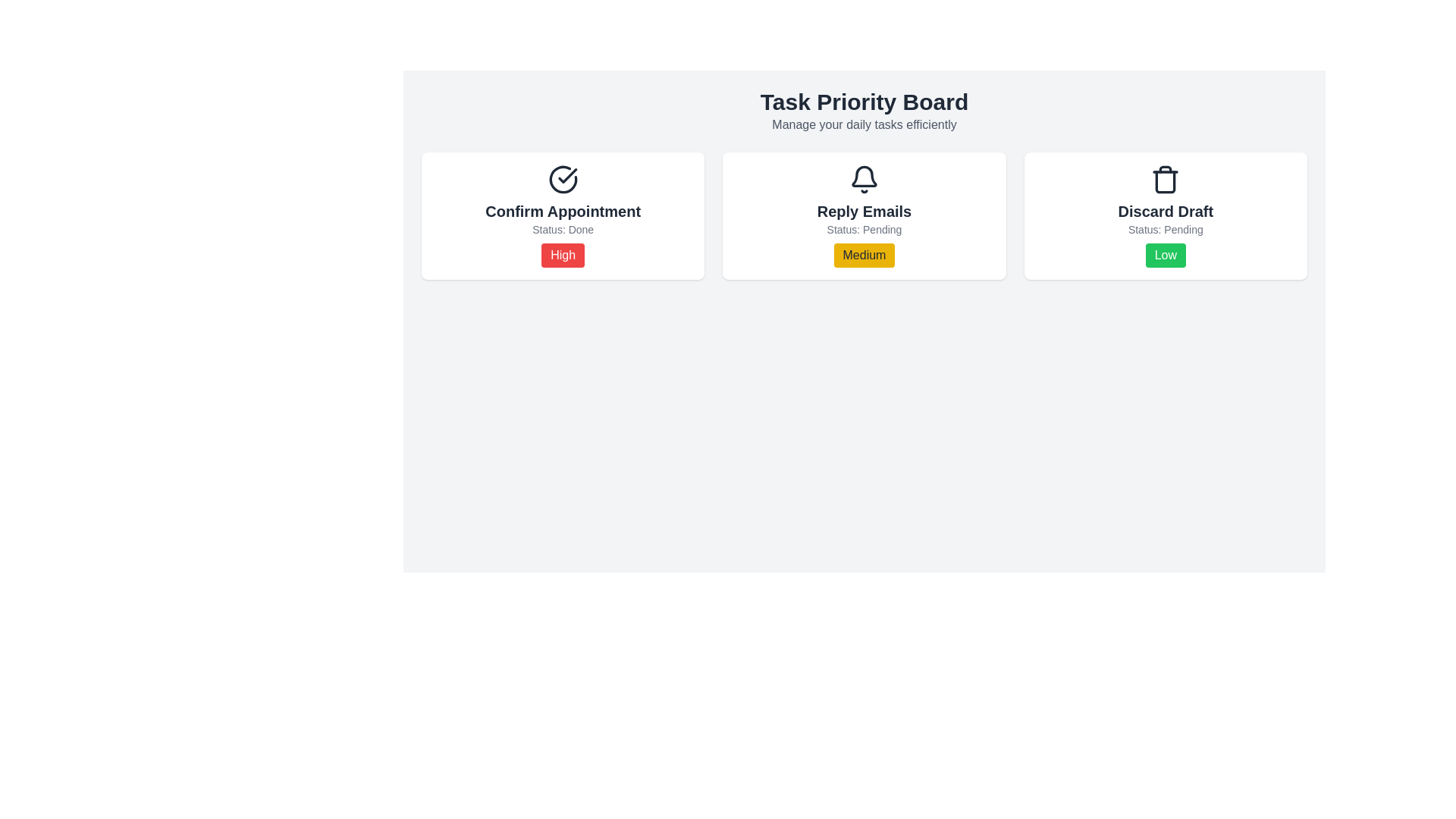 The height and width of the screenshot is (819, 1456). I want to click on header text 'Task Priority Board' located at the top of the interface, which is prominently displayed in a large and bold font, so click(864, 102).